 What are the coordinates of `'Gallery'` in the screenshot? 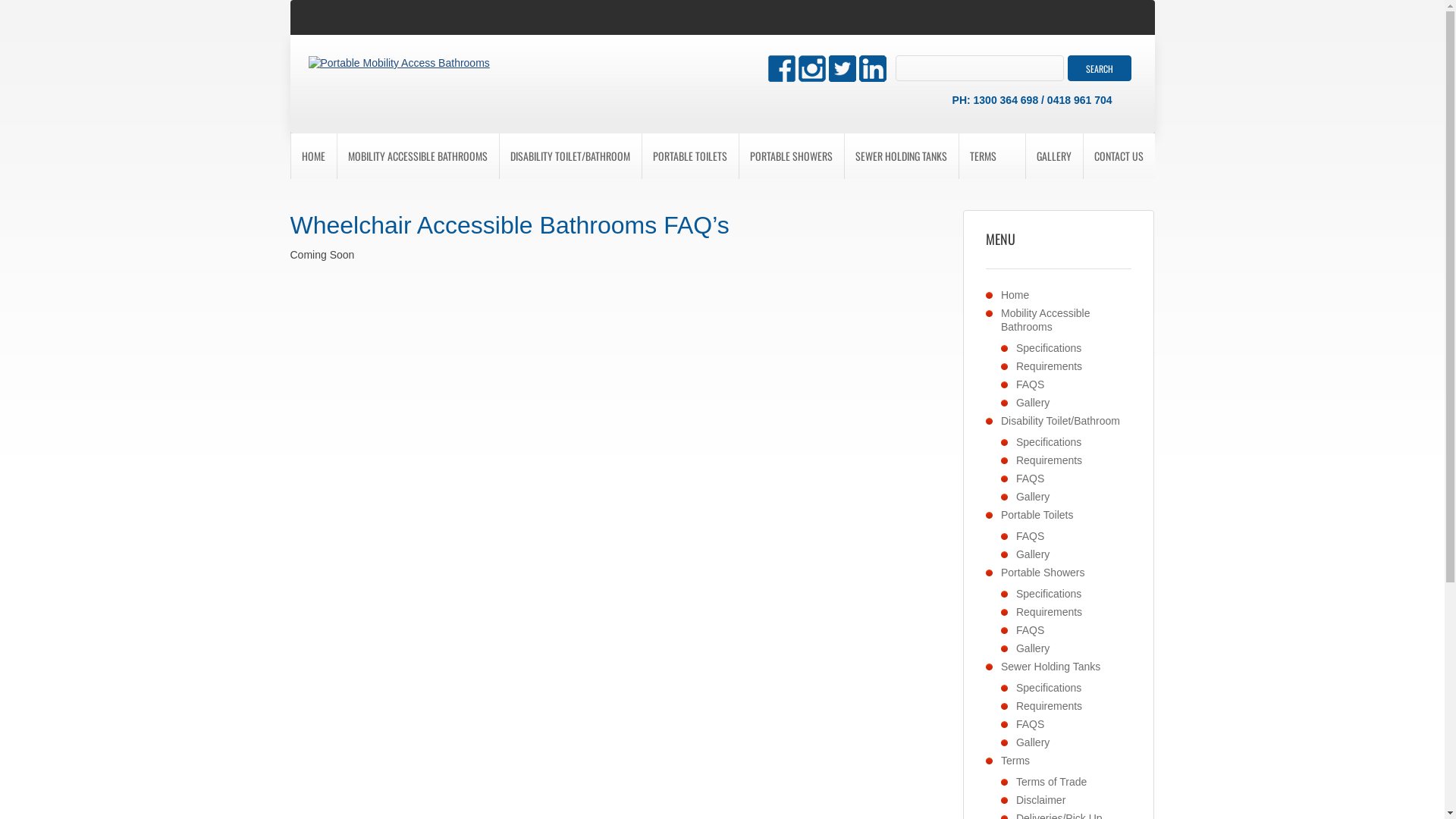 It's located at (1032, 402).